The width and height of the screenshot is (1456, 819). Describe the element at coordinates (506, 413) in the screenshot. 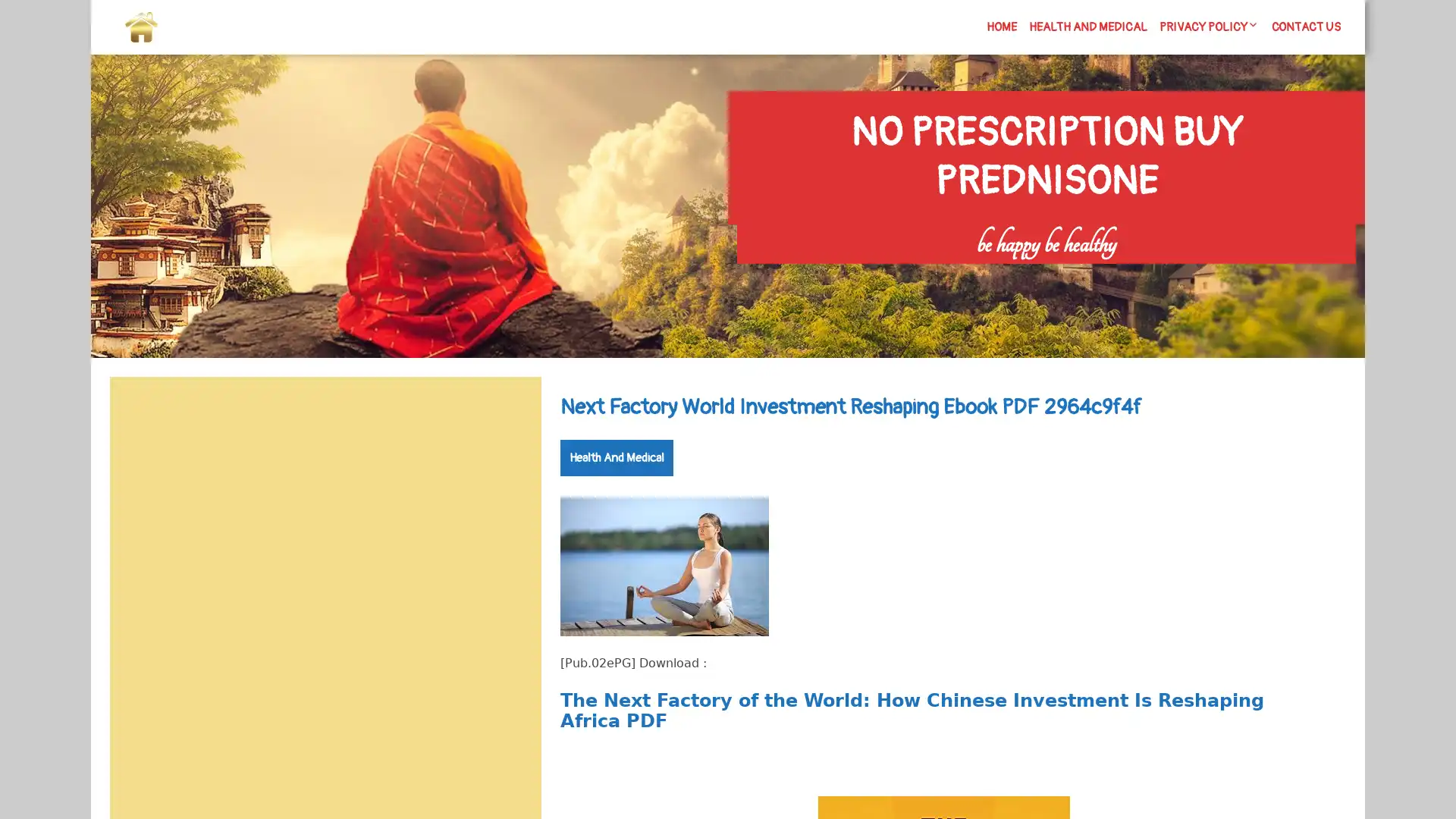

I see `Search` at that location.